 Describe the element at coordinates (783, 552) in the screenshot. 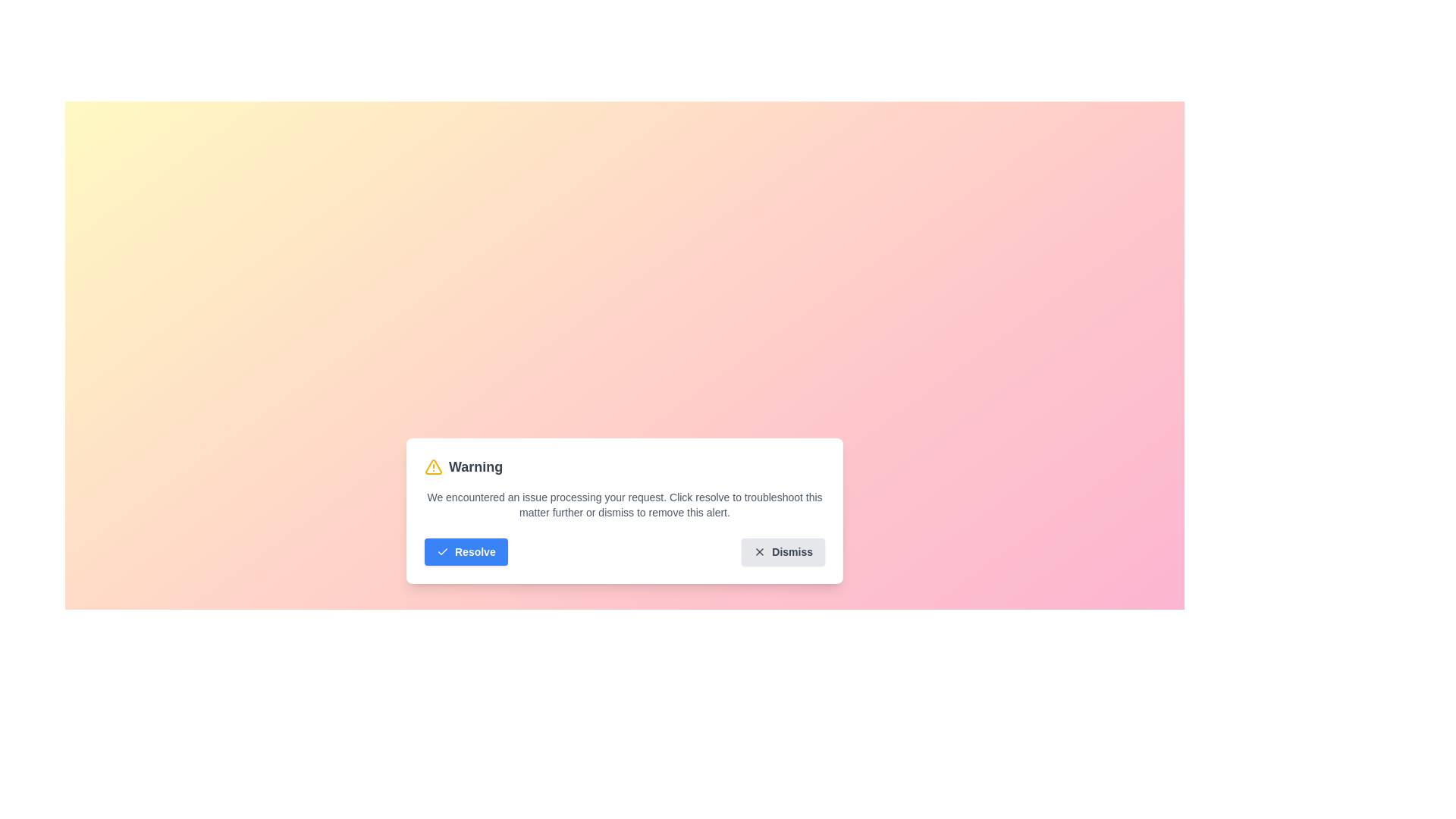

I see `the dismiss button located in the lower right corner of the notification box to observe the hover effect` at that location.